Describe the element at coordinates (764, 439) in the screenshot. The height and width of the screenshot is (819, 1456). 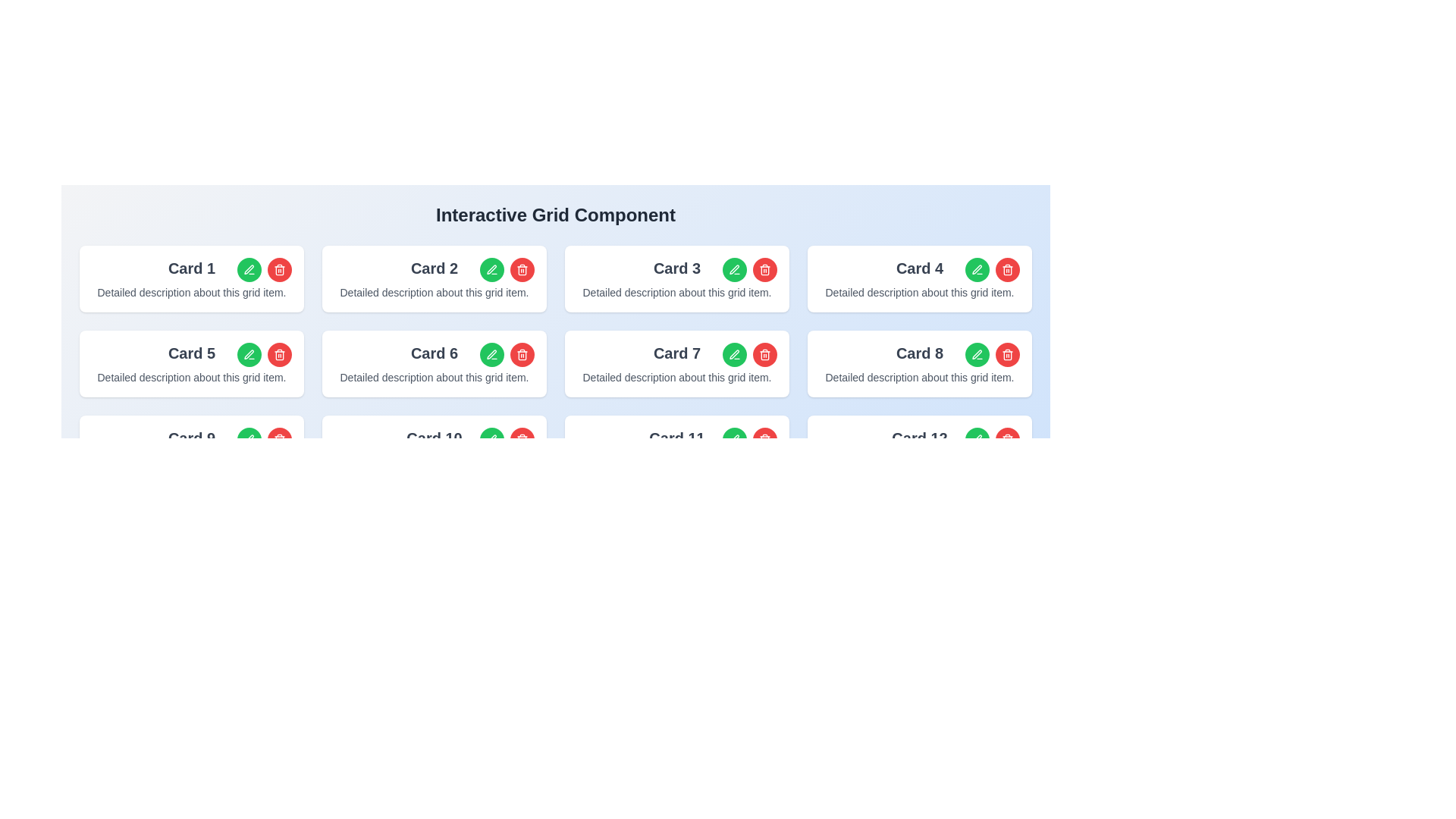
I see `the delete icon button located in the bottom row of the grid component, specifically in Card 13, positioned to the right of the card’s header and description, next to the green edit icon` at that location.